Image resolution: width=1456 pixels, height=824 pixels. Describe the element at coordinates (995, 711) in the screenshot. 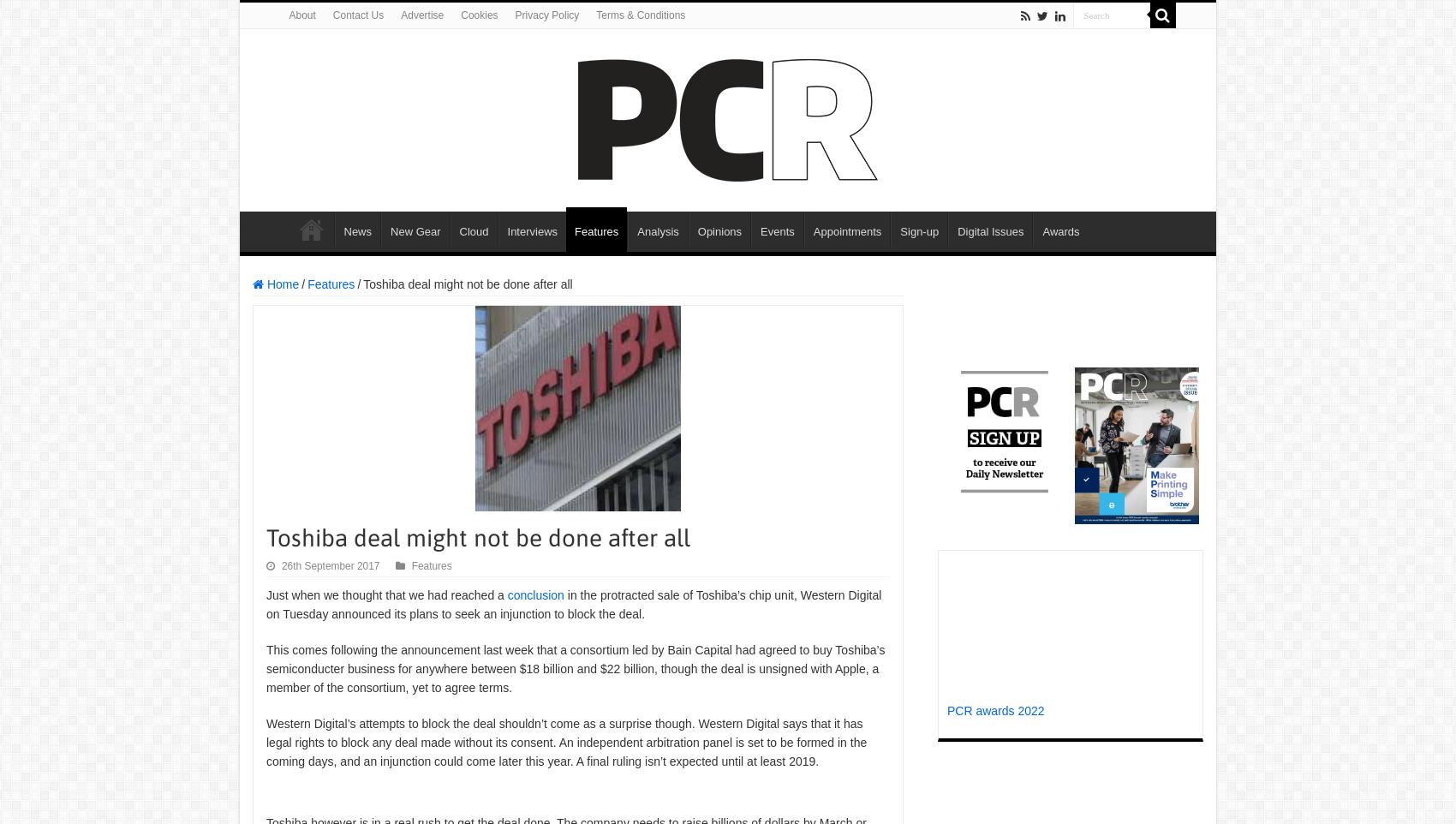

I see `'PCR awards 2022'` at that location.